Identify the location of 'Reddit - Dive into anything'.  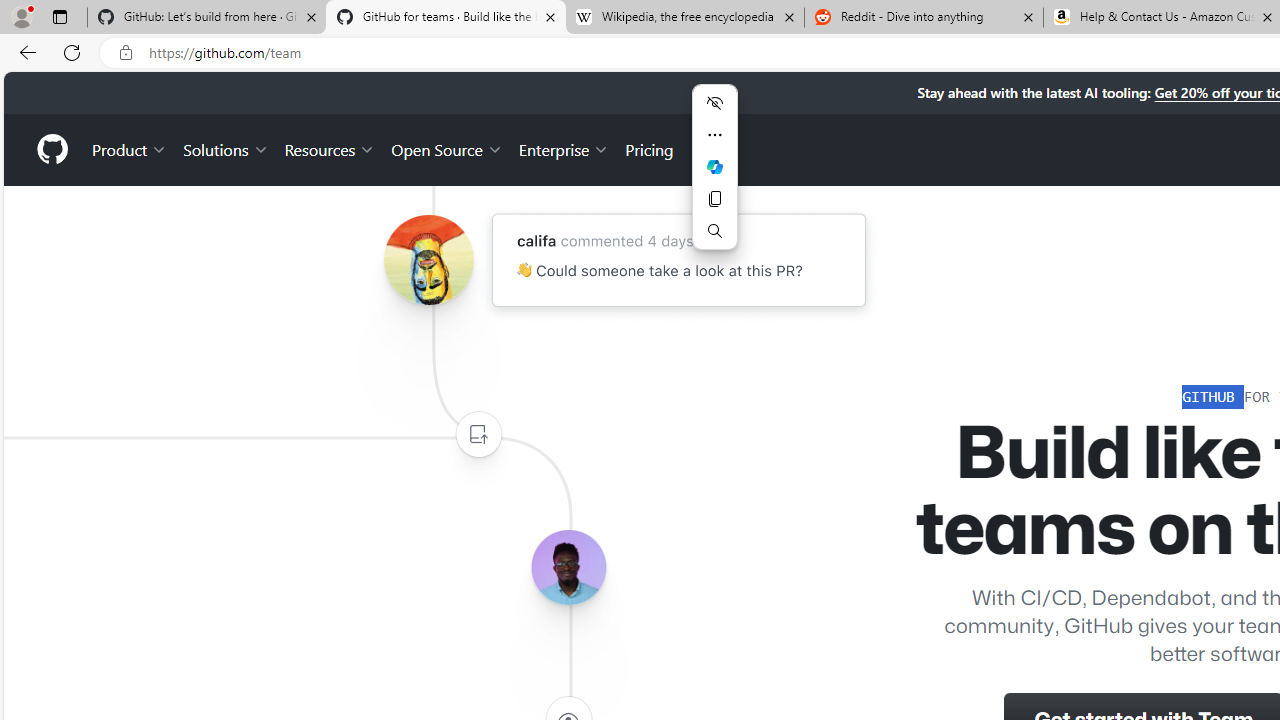
(923, 17).